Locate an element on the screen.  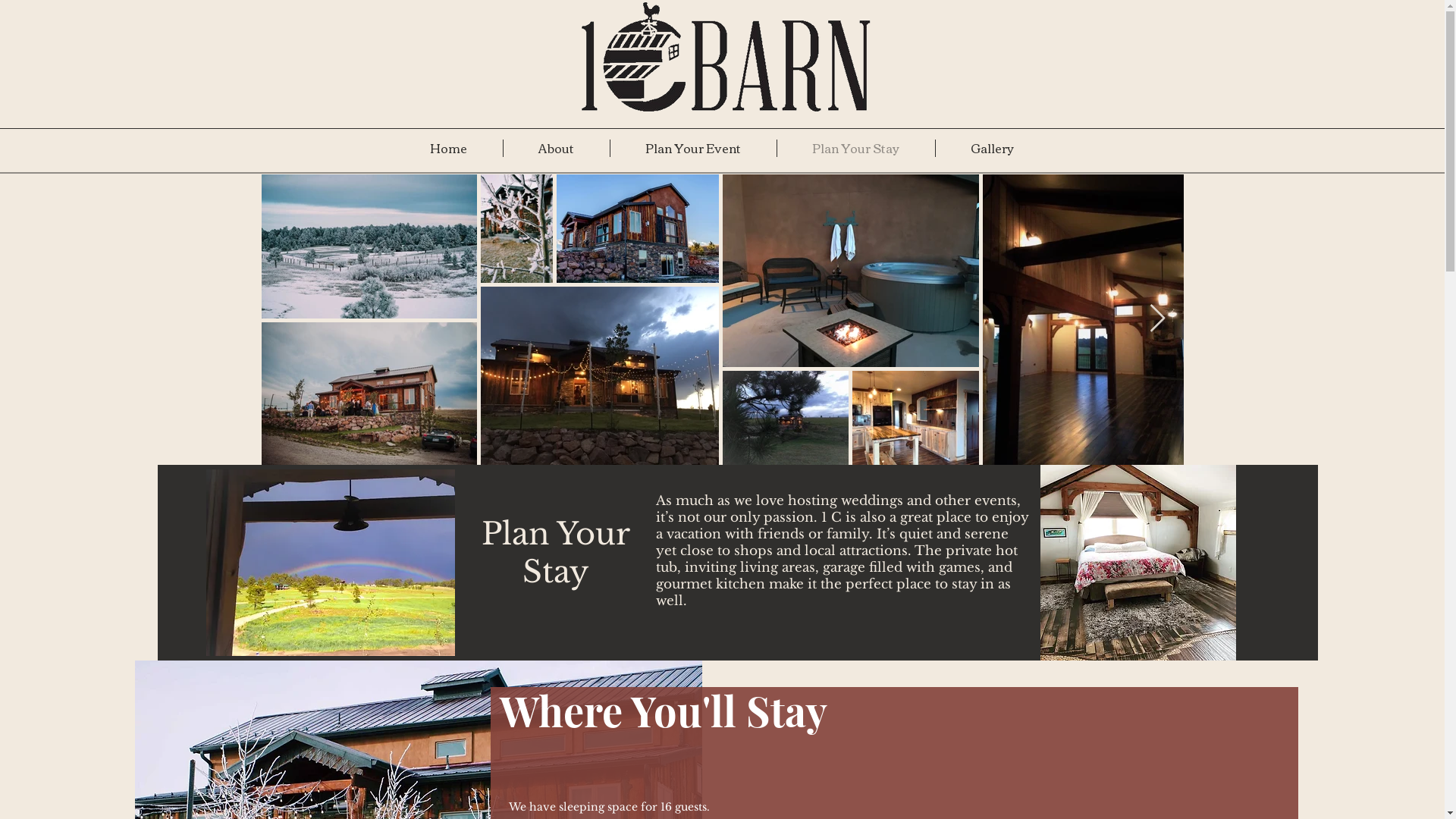
'Home' is located at coordinates (447, 148).